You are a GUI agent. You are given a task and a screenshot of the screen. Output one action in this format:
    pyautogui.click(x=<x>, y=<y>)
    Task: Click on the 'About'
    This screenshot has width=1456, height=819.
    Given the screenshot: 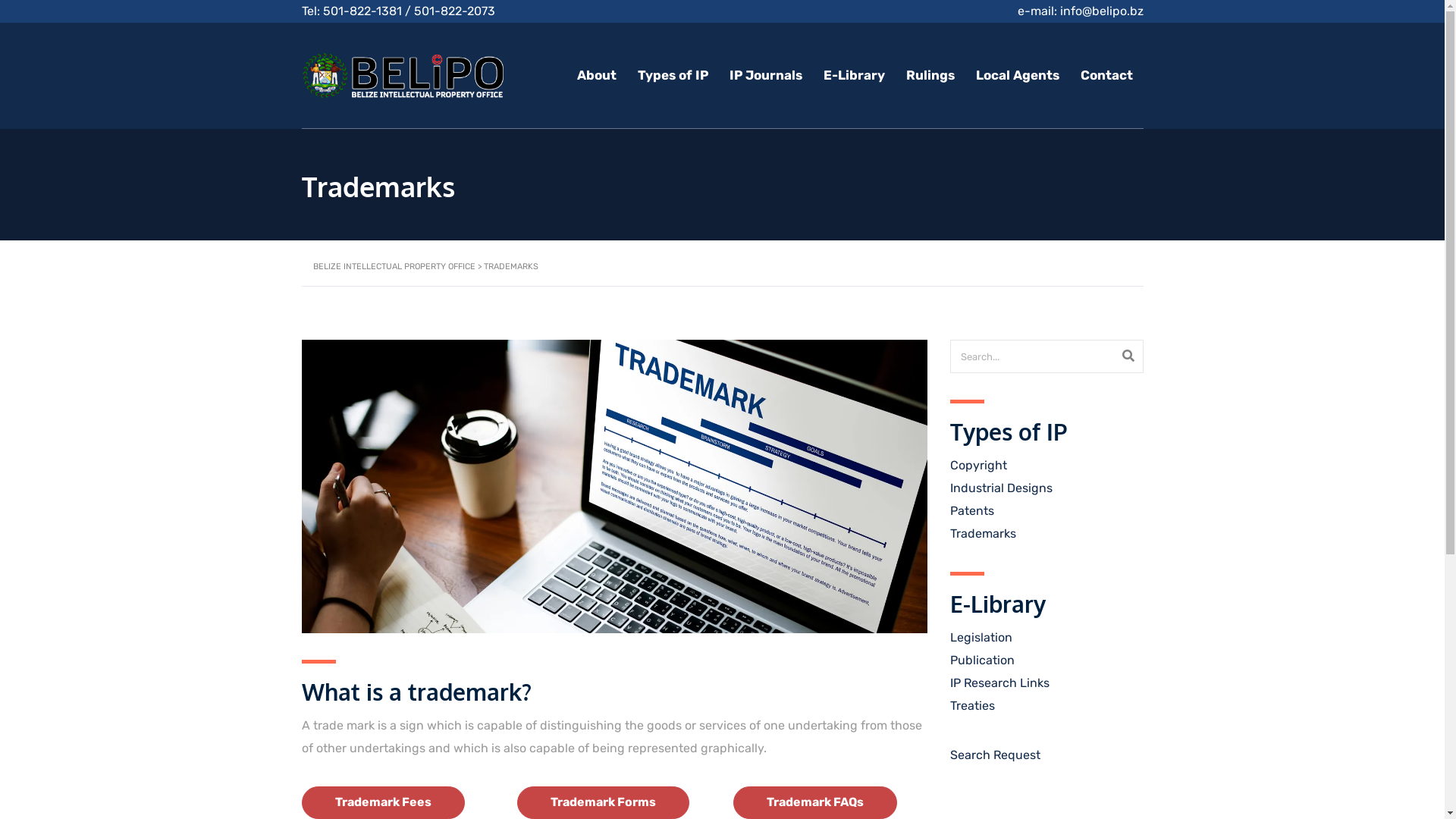 What is the action you would take?
    pyautogui.click(x=595, y=75)
    